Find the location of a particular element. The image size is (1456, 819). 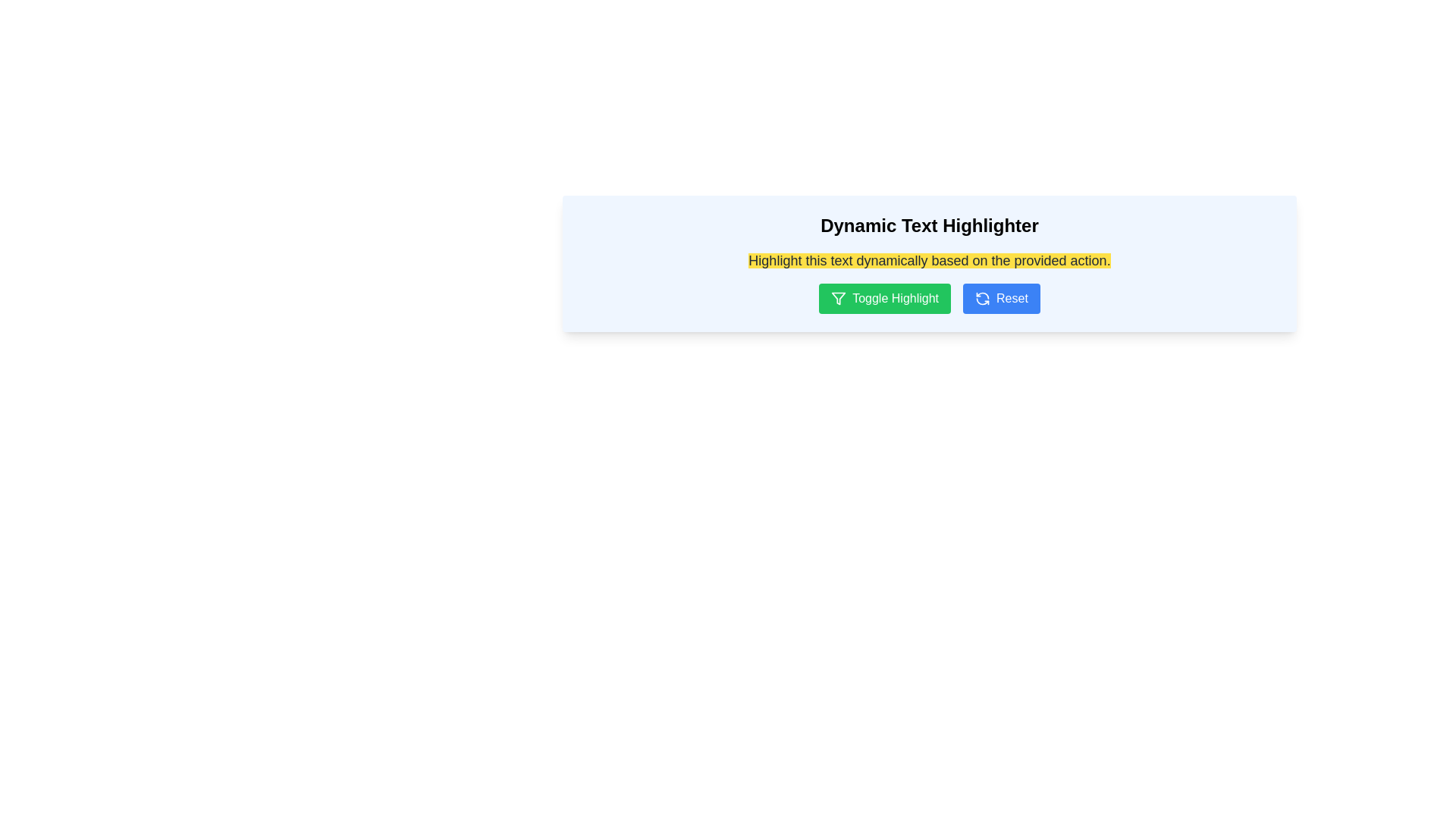

the first button in the horizontal row that toggles a highlight feature is located at coordinates (885, 298).